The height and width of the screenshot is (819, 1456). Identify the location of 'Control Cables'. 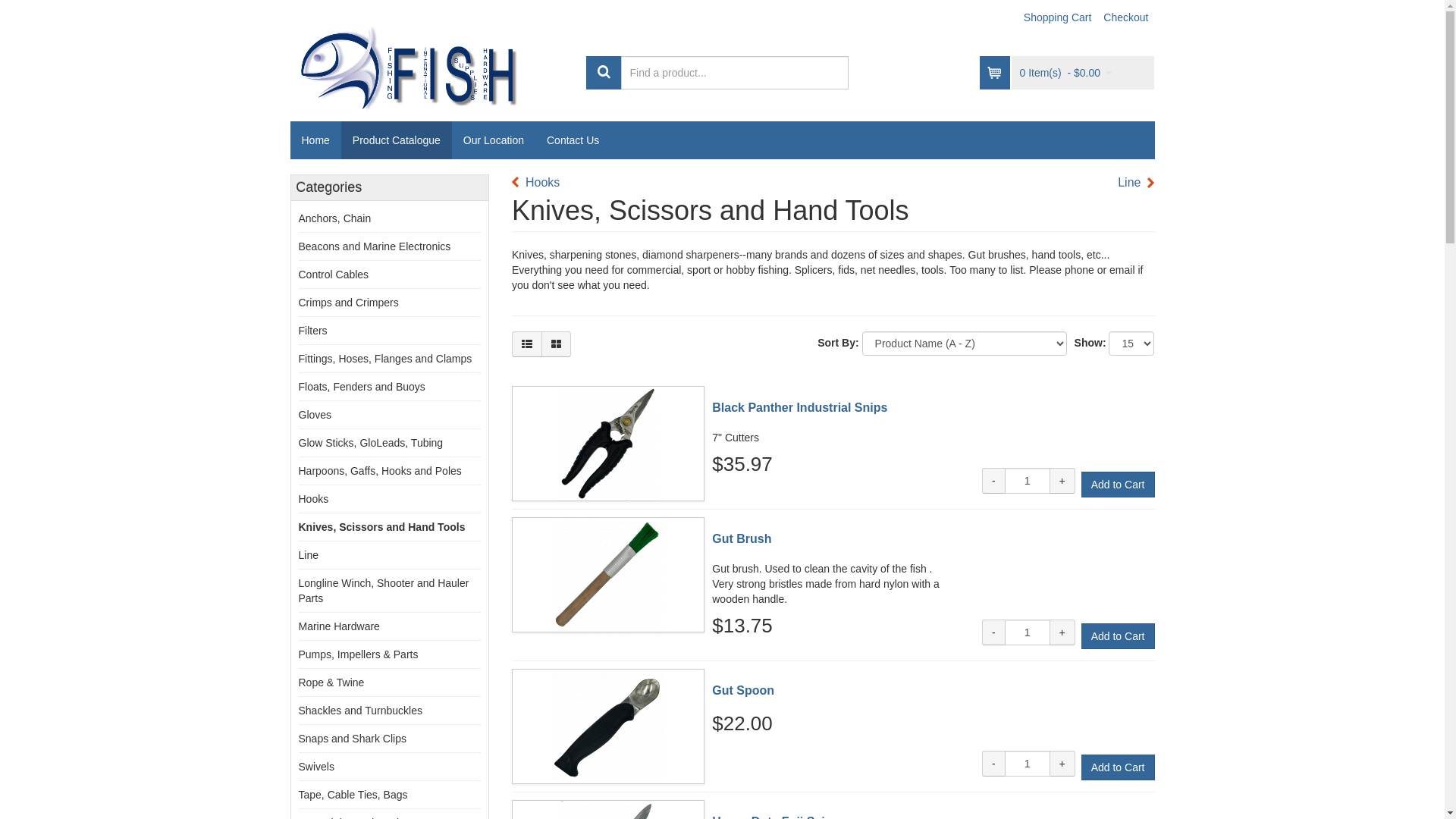
(298, 275).